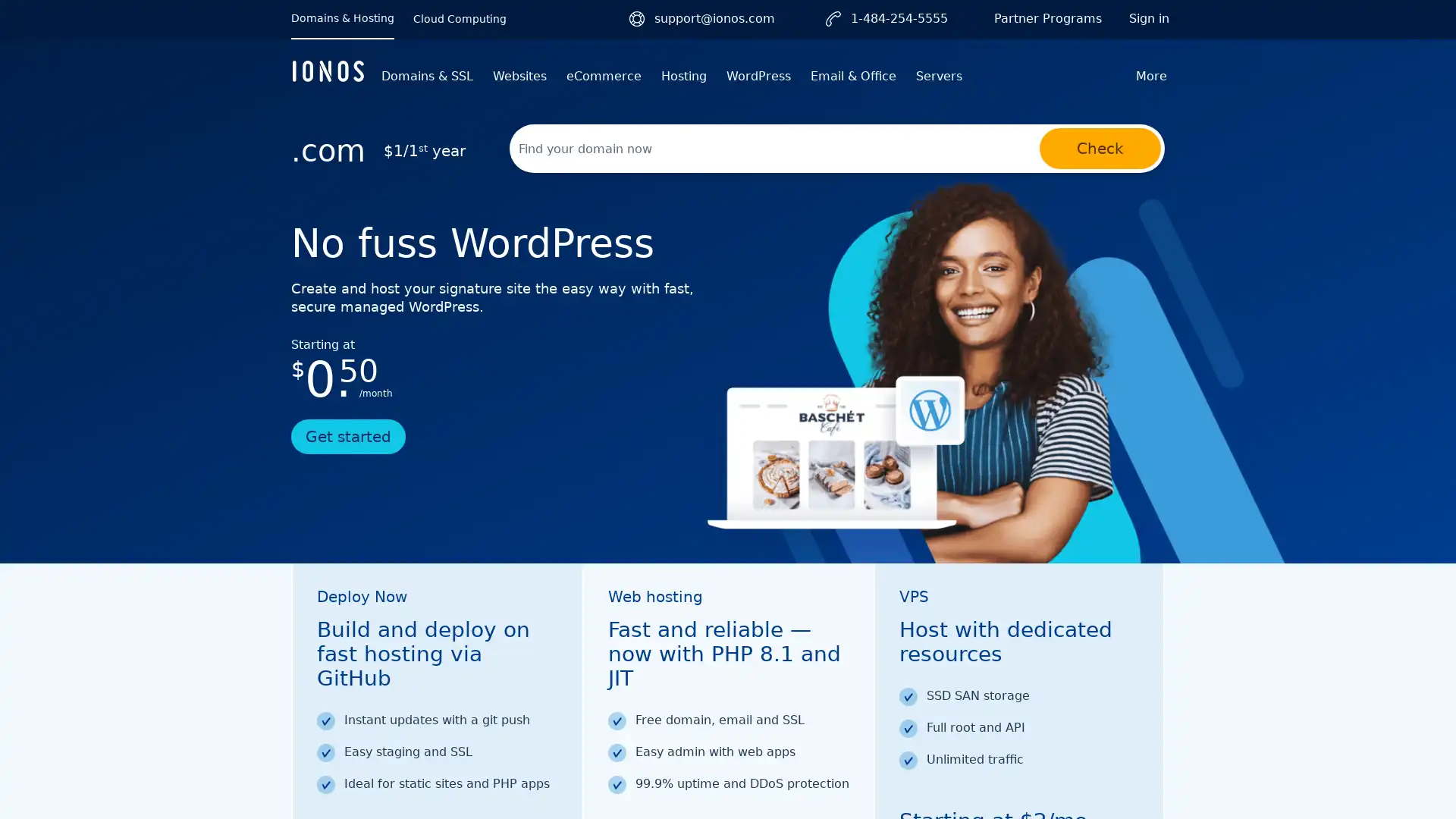 The image size is (1456, 819). I want to click on Domains & SSL, so click(425, 76).